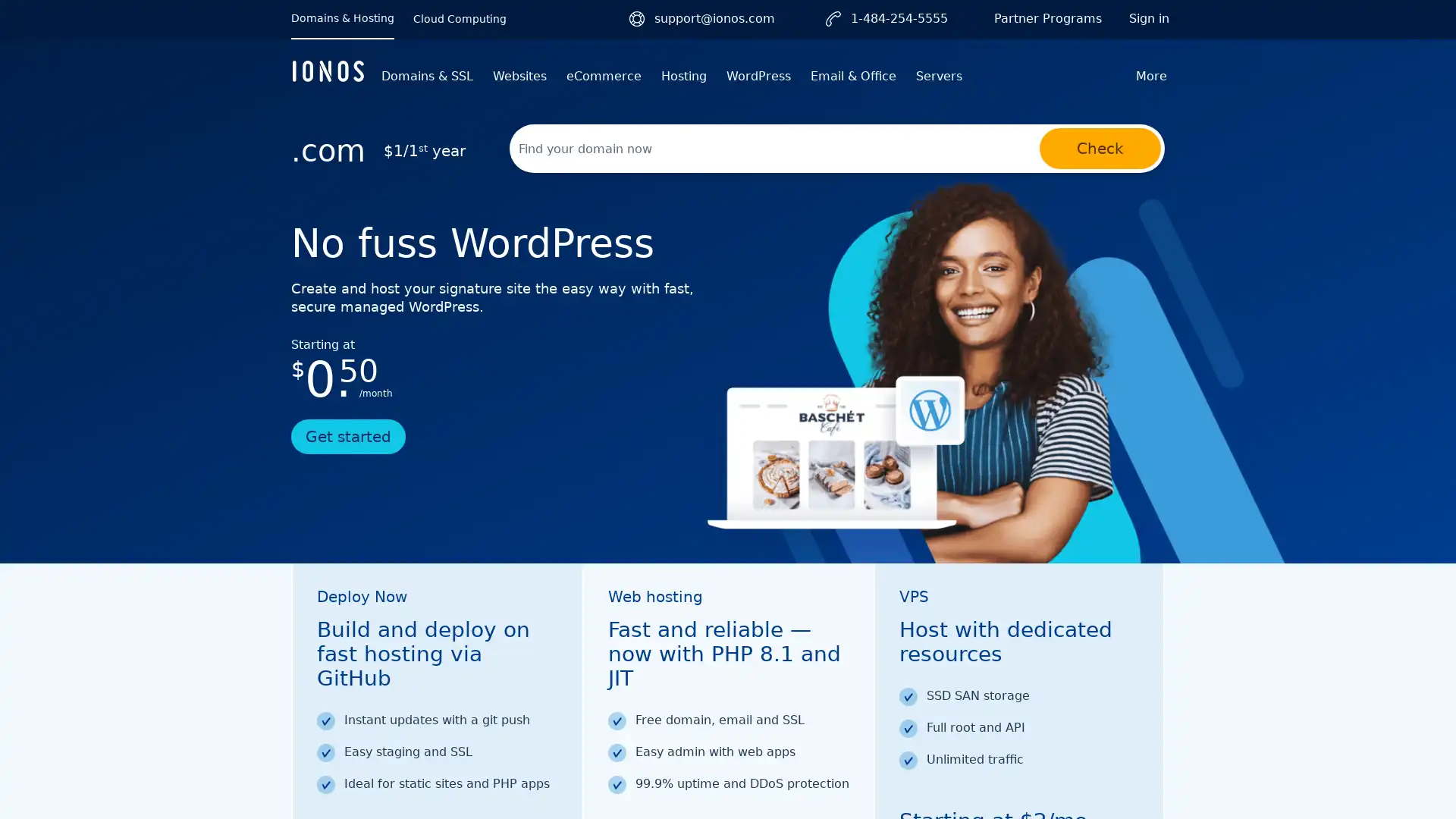 The image size is (1456, 819). I want to click on Domains & SSL, so click(425, 76).